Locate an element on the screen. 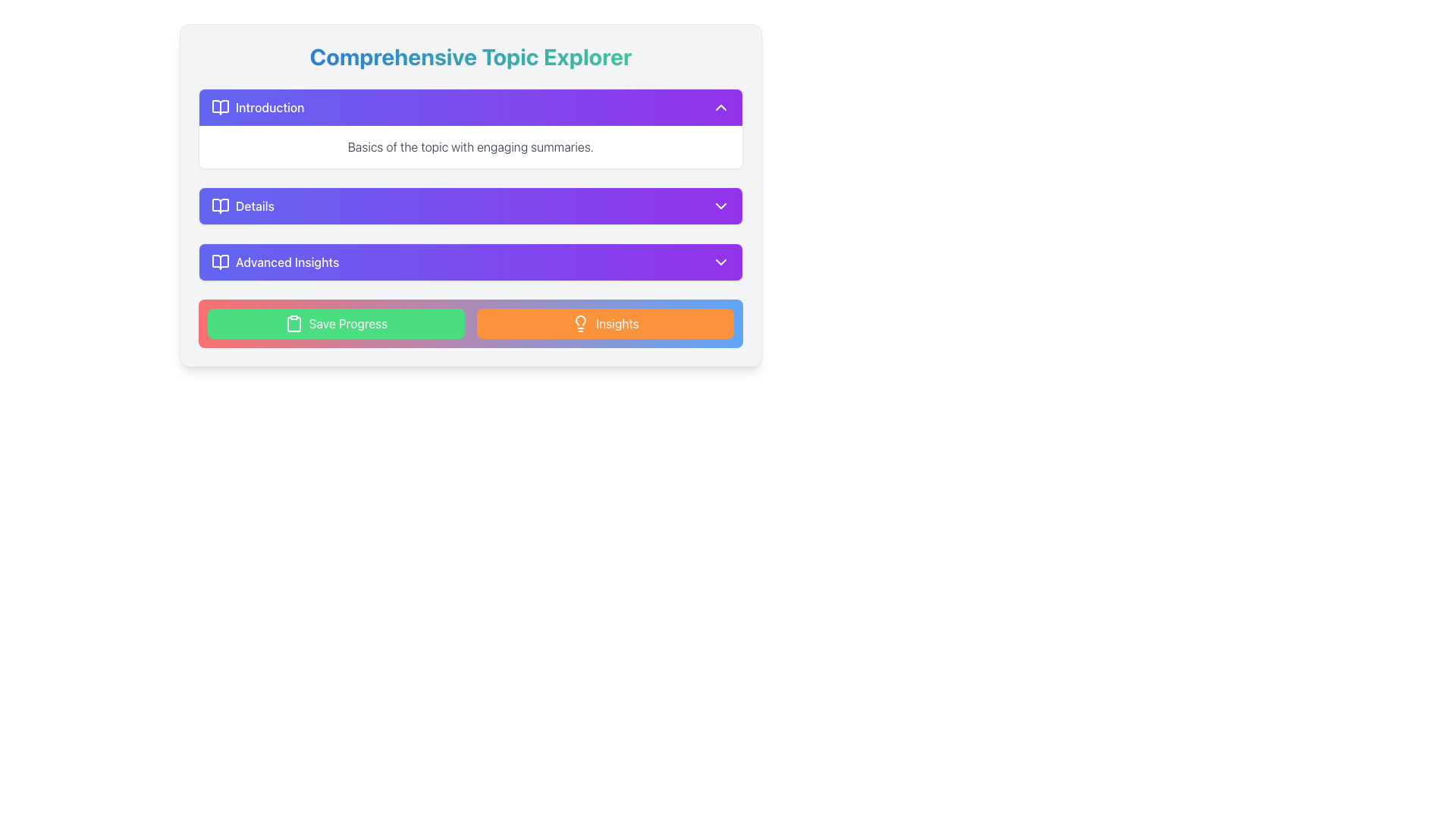  the 'Advanced Insights' text label with an open book icon, which is the third row in the list under 'Comprehensive Topic Explorer' is located at coordinates (275, 262).